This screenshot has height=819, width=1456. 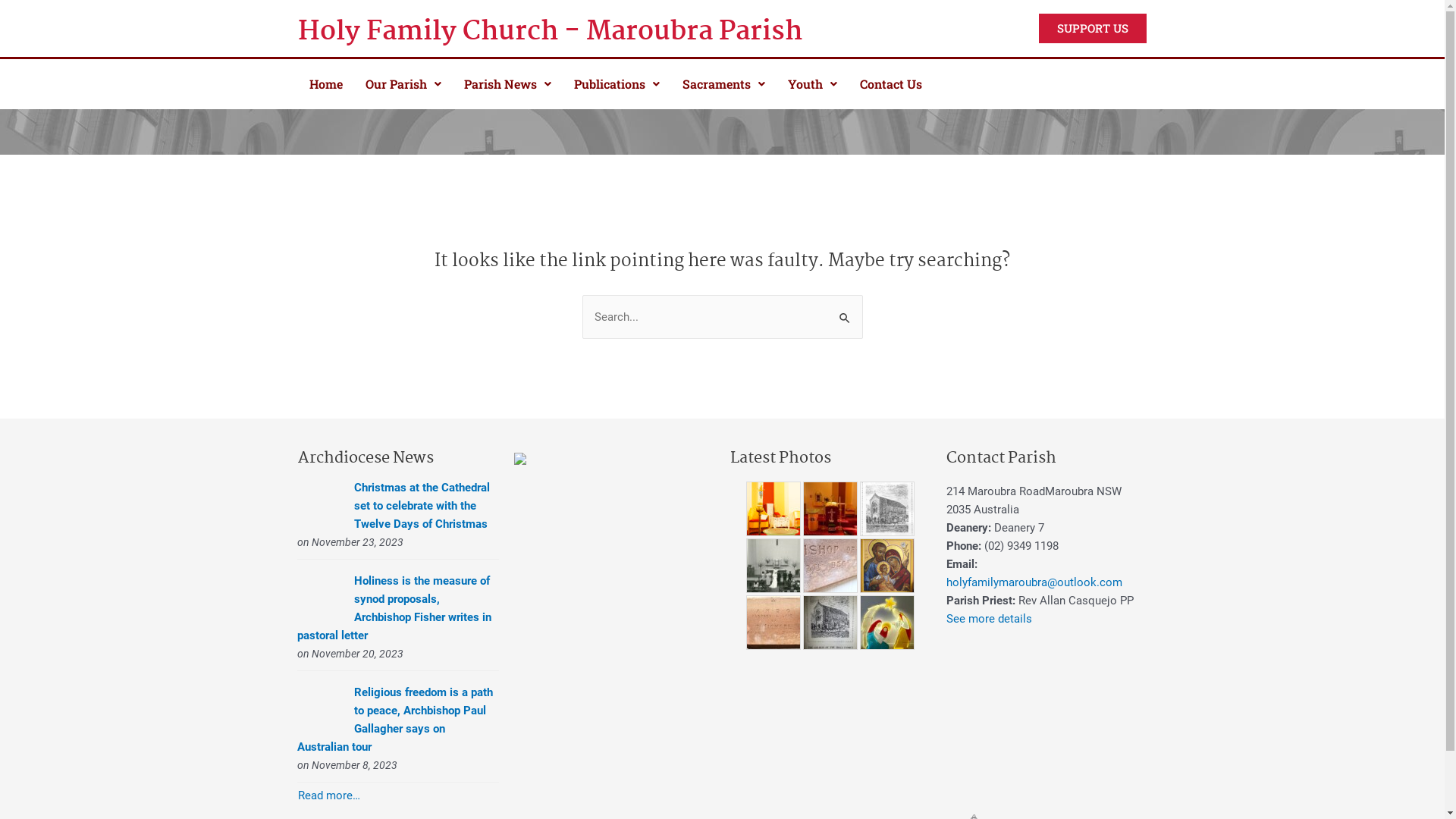 What do you see at coordinates (450, 84) in the screenshot?
I see `'Parish News'` at bounding box center [450, 84].